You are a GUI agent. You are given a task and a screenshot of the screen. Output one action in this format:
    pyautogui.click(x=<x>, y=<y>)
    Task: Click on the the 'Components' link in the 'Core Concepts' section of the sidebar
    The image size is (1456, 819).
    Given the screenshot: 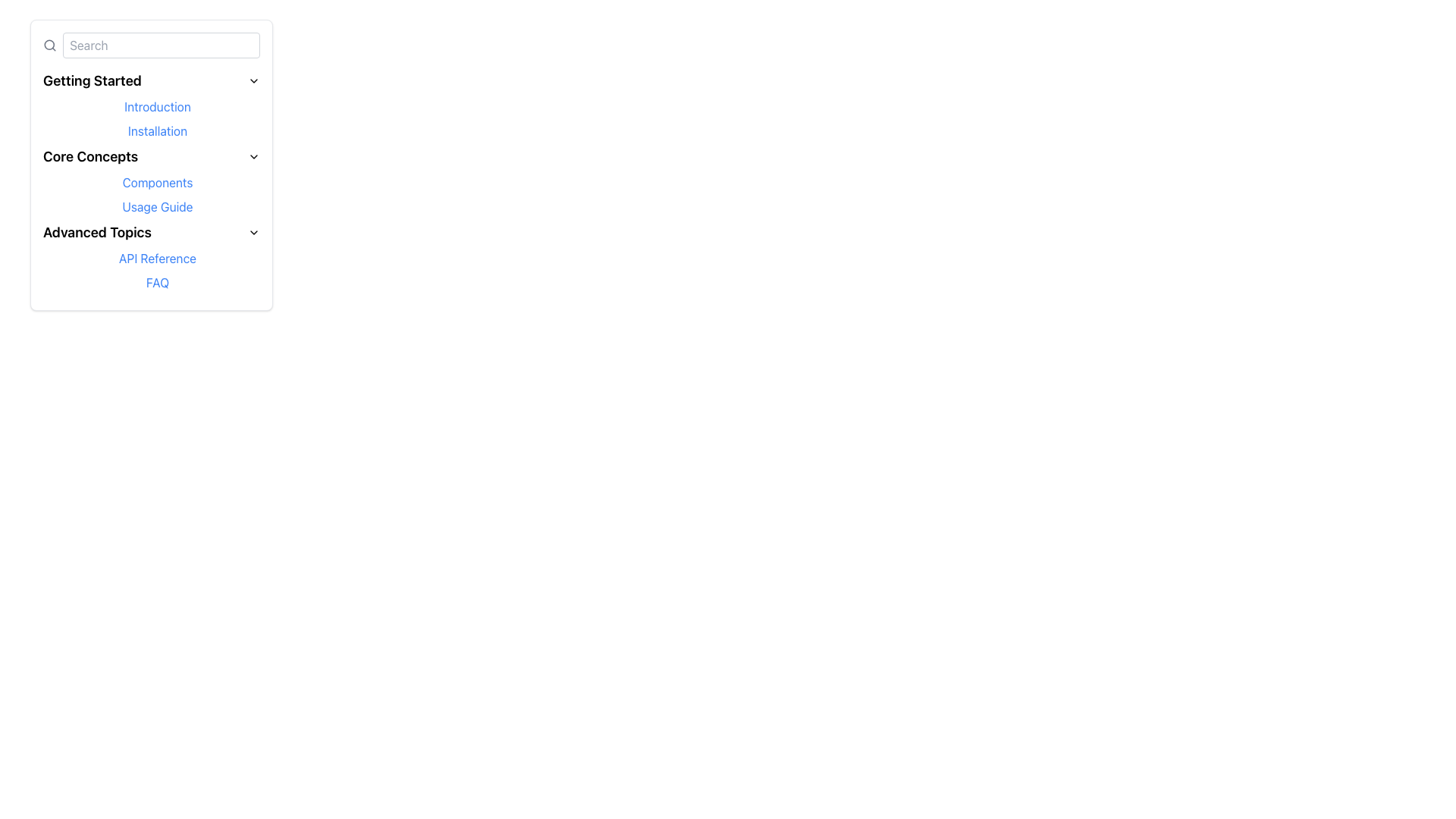 What is the action you would take?
    pyautogui.click(x=152, y=180)
    